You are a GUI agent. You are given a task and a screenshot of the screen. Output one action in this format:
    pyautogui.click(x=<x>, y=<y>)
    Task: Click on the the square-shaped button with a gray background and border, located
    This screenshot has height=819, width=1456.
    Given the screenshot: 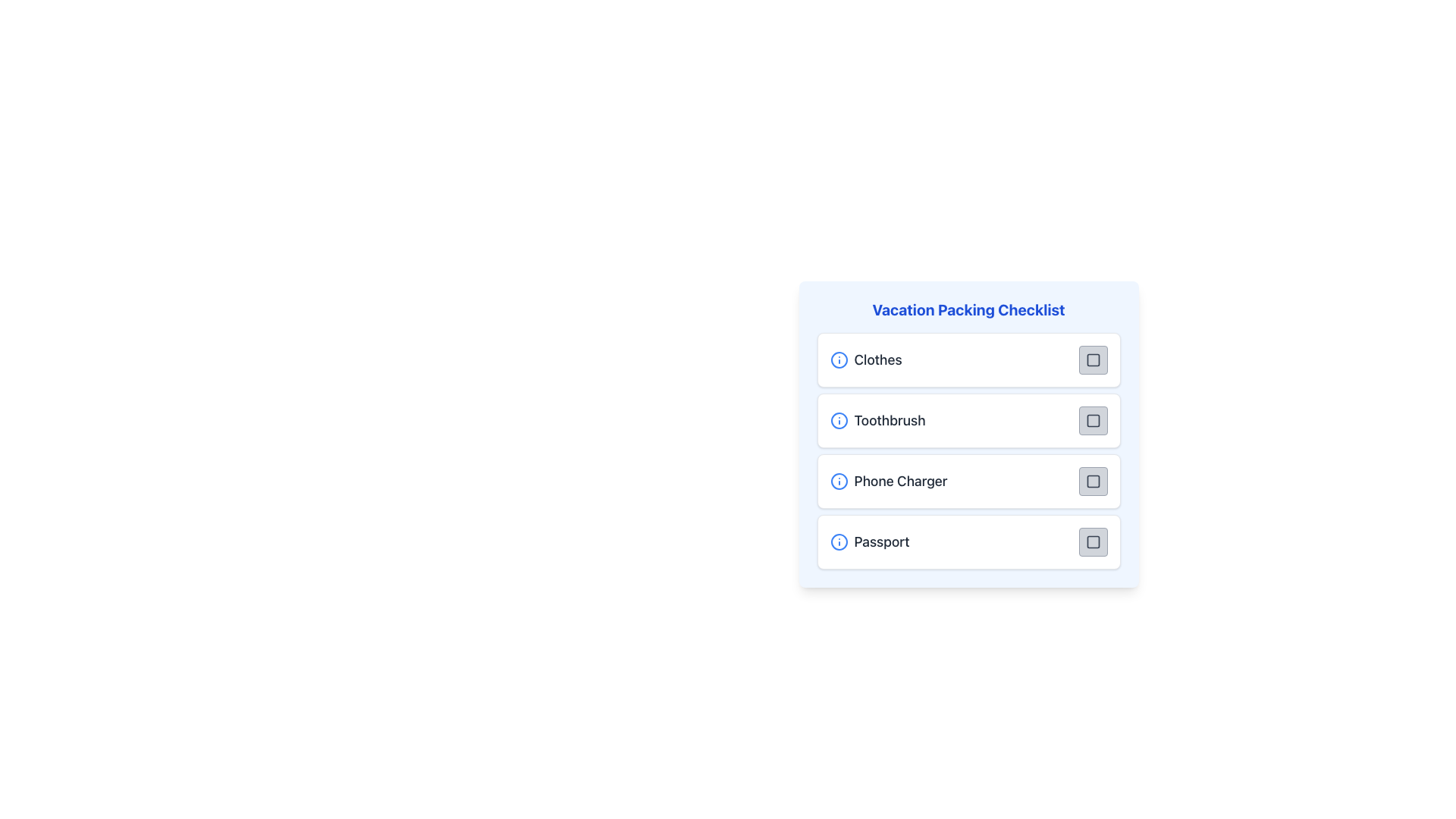 What is the action you would take?
    pyautogui.click(x=1093, y=421)
    